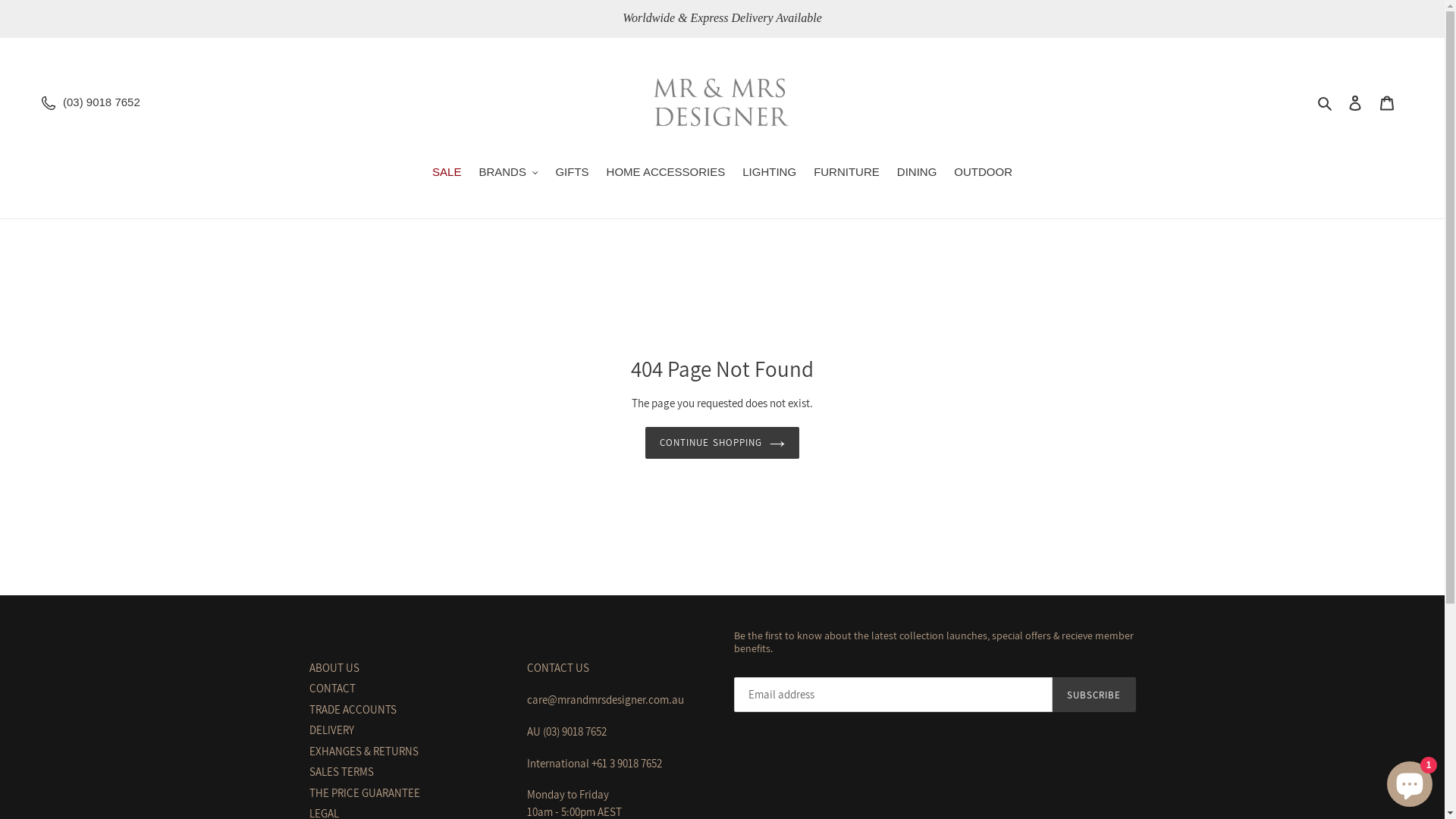  I want to click on 'BRANDS', so click(469, 172).